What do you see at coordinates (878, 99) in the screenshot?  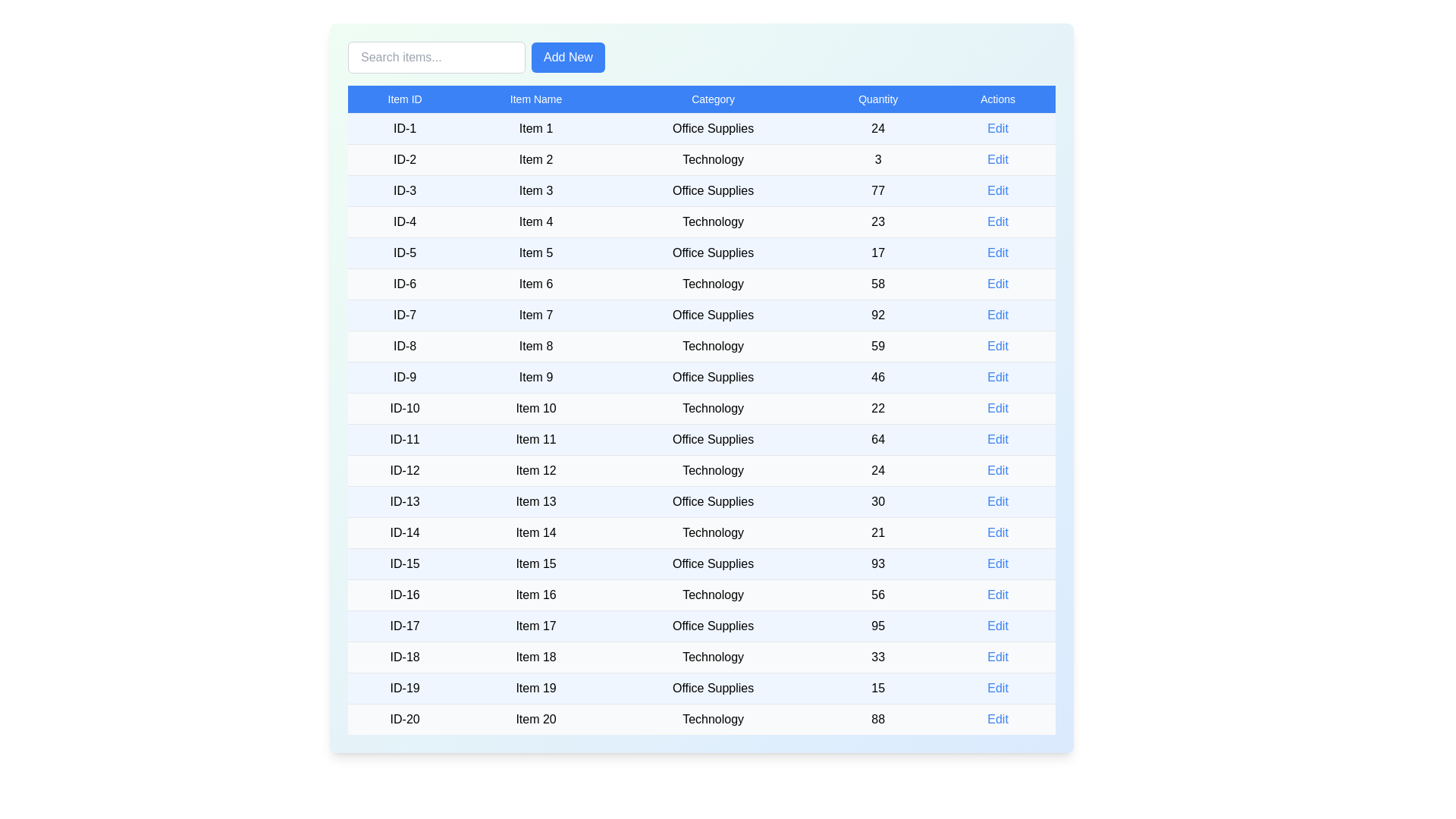 I see `the column header Quantity to sort the table by that column` at bounding box center [878, 99].